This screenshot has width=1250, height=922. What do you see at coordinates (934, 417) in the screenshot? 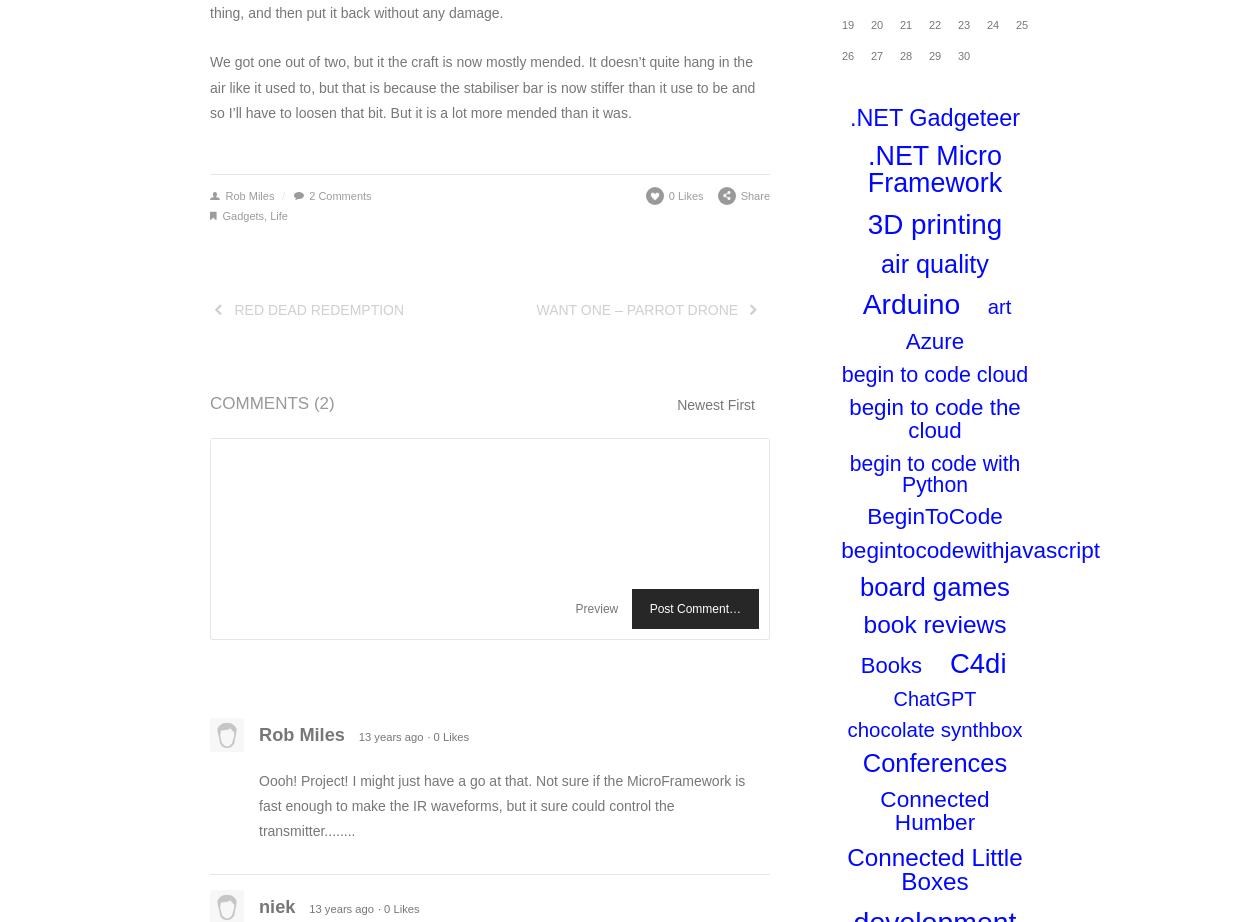
I see `'begin to code the cloud'` at bounding box center [934, 417].